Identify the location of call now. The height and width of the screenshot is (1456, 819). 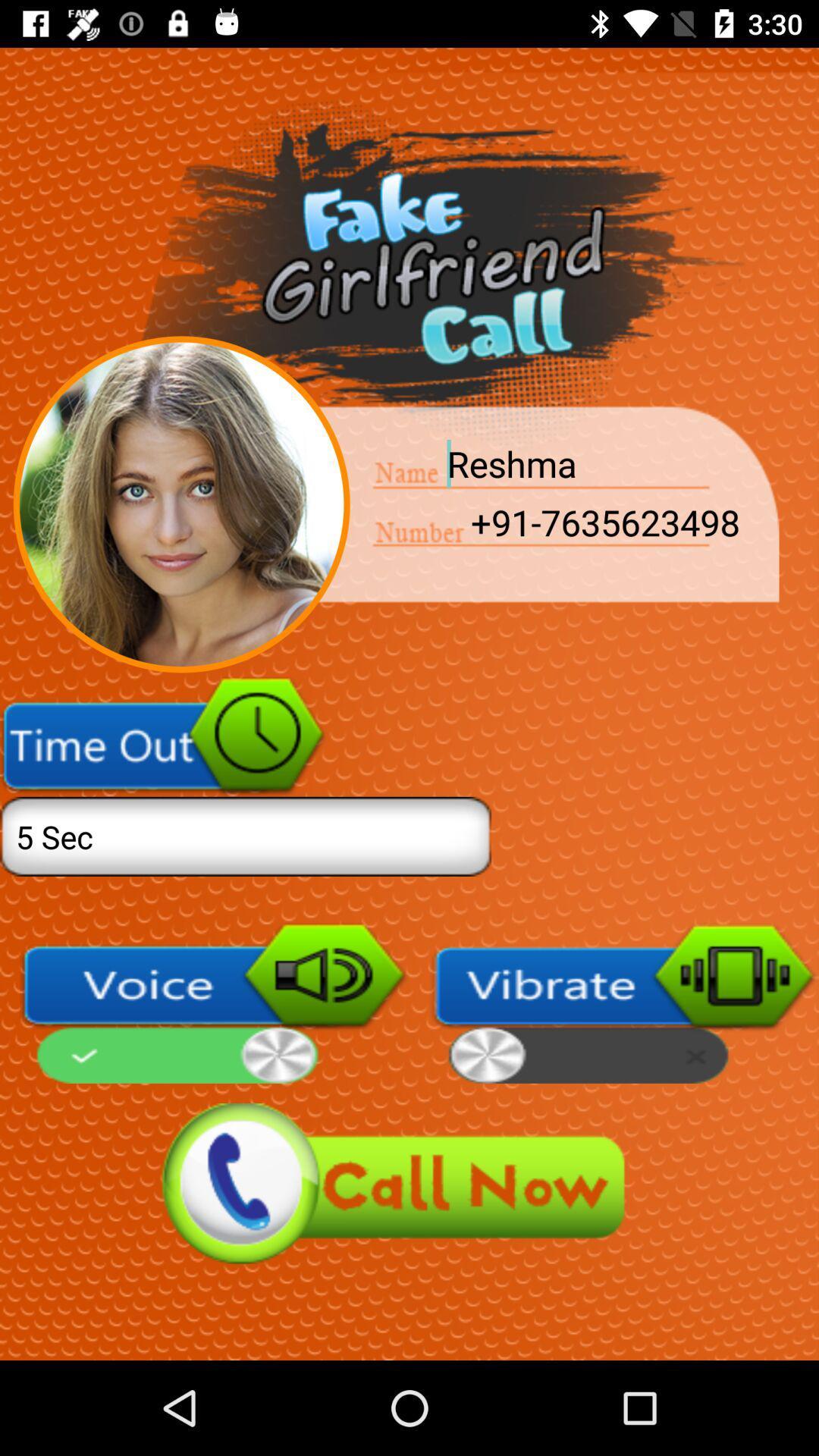
(408, 1182).